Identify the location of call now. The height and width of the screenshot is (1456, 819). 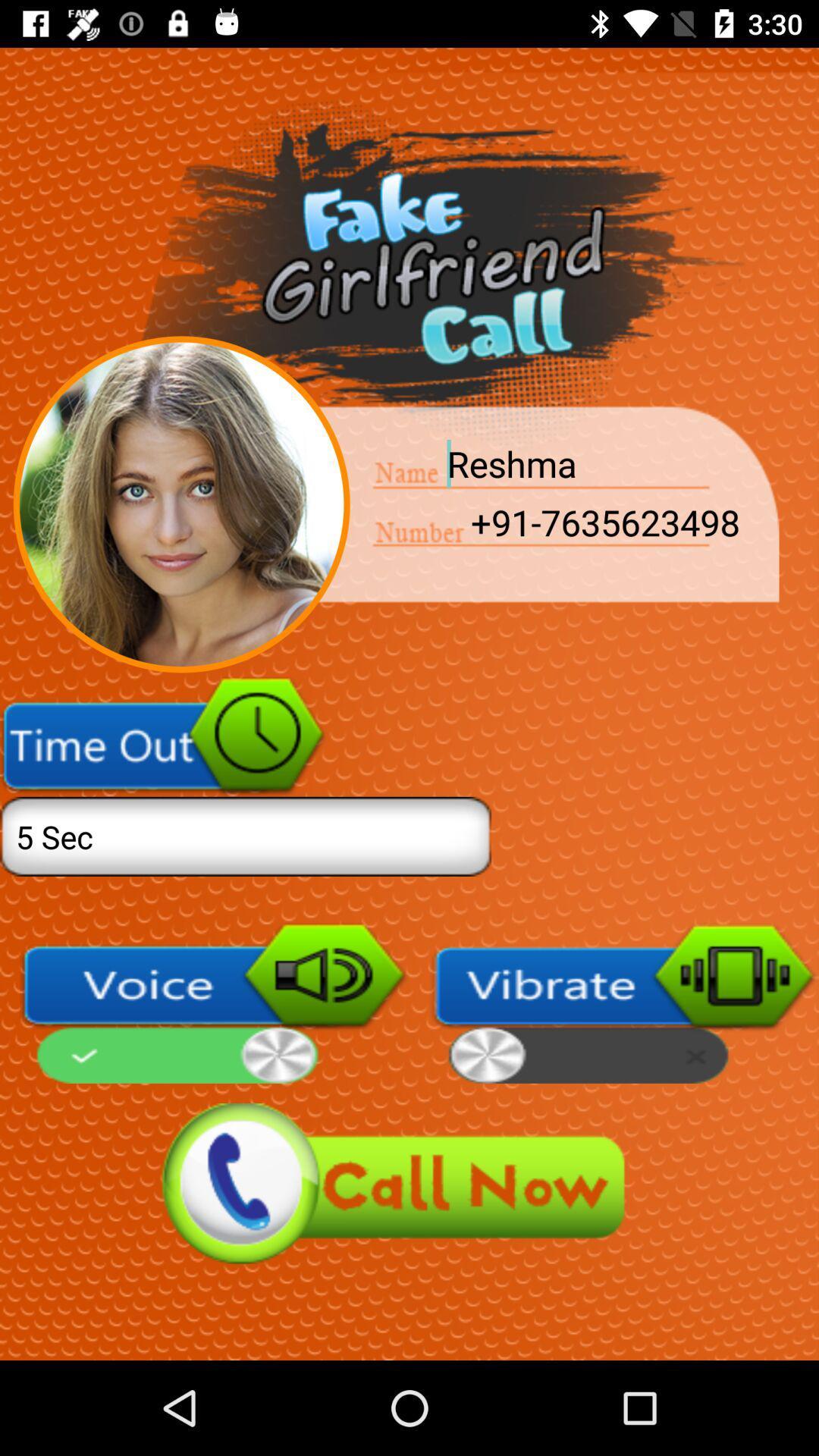
(408, 1182).